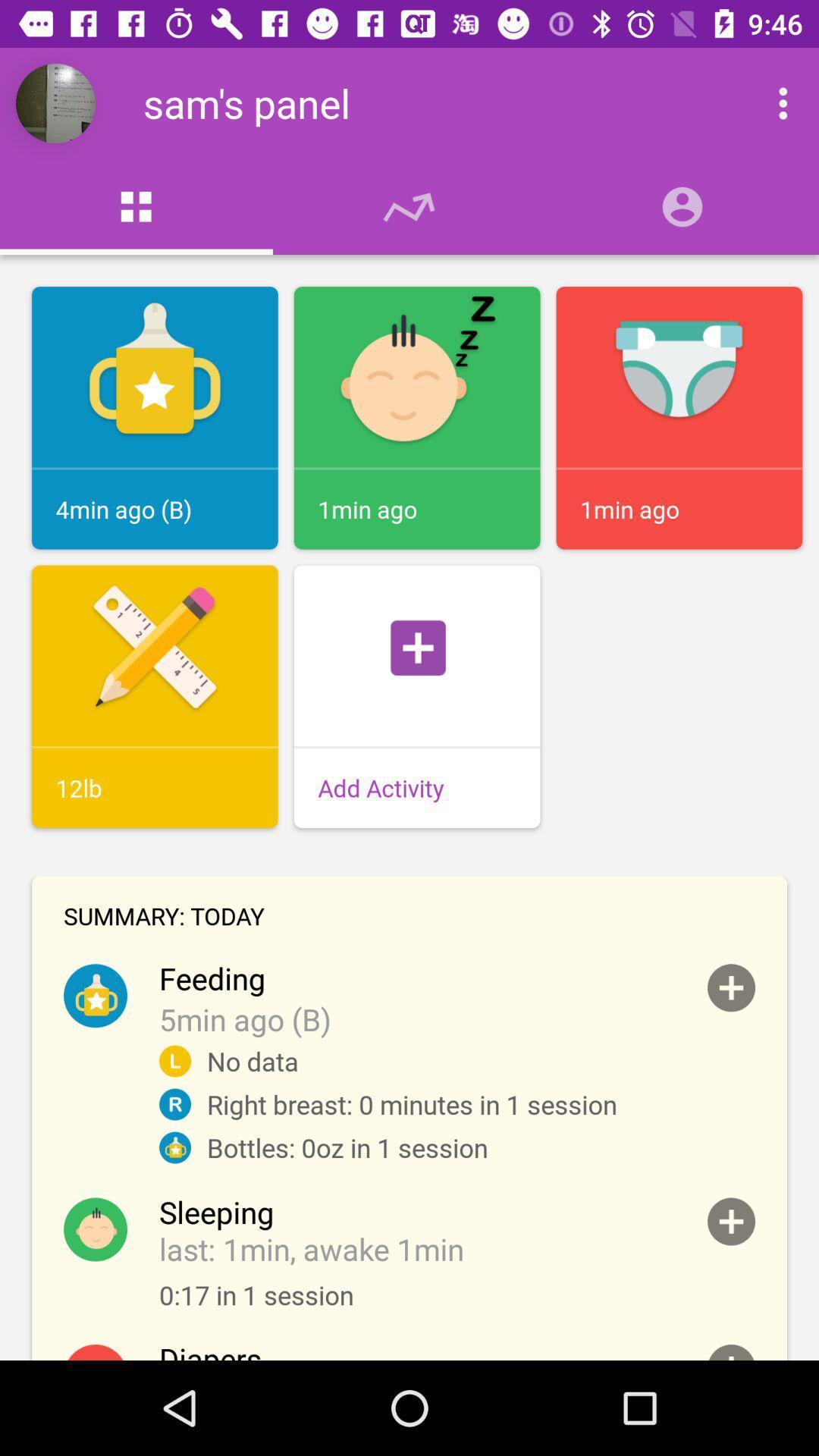 The image size is (819, 1456). I want to click on feed, so click(730, 987).